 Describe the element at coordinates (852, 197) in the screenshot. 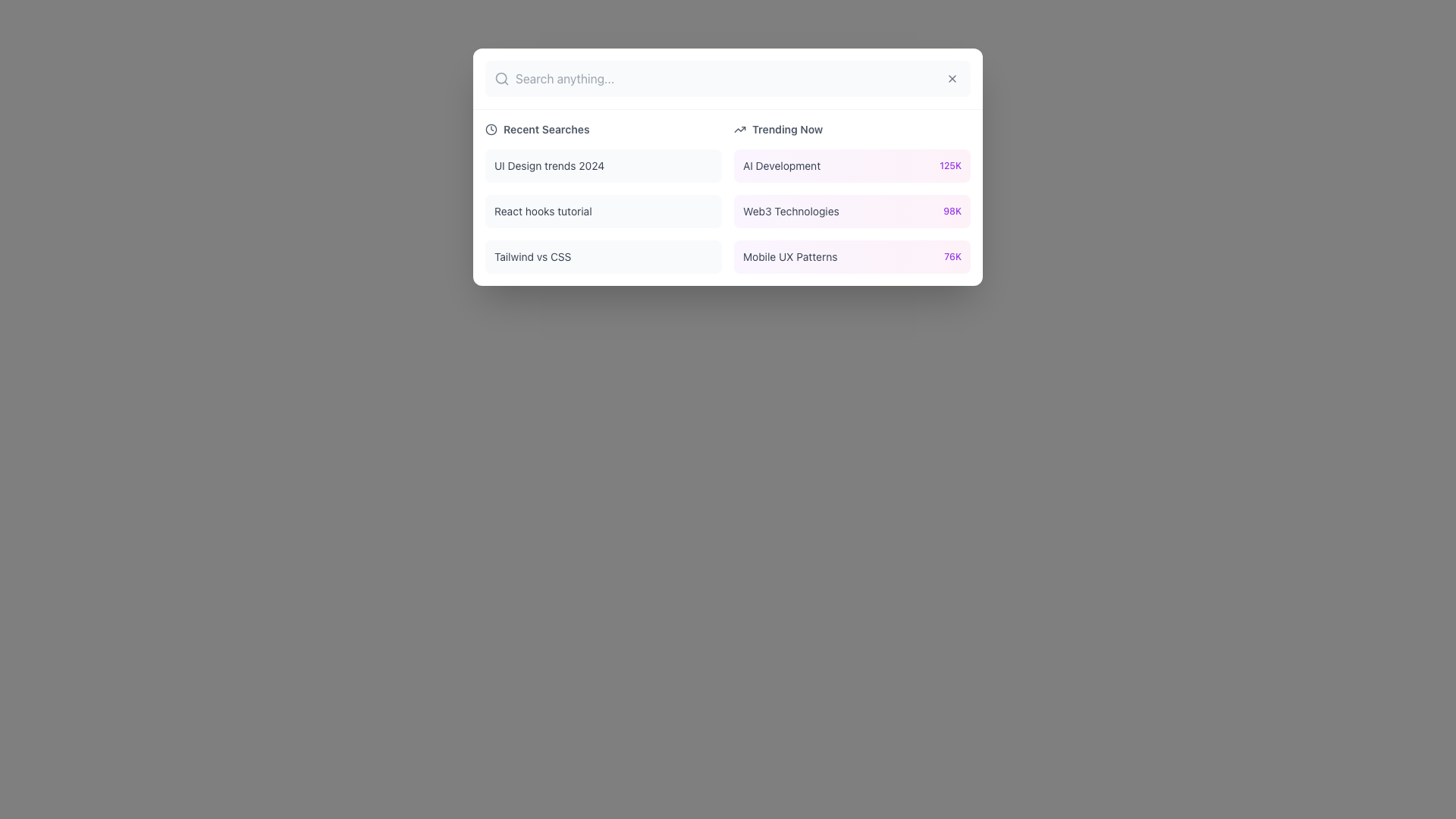

I see `the interactive list item displaying the trending topic 'Web3 Technologies'` at that location.